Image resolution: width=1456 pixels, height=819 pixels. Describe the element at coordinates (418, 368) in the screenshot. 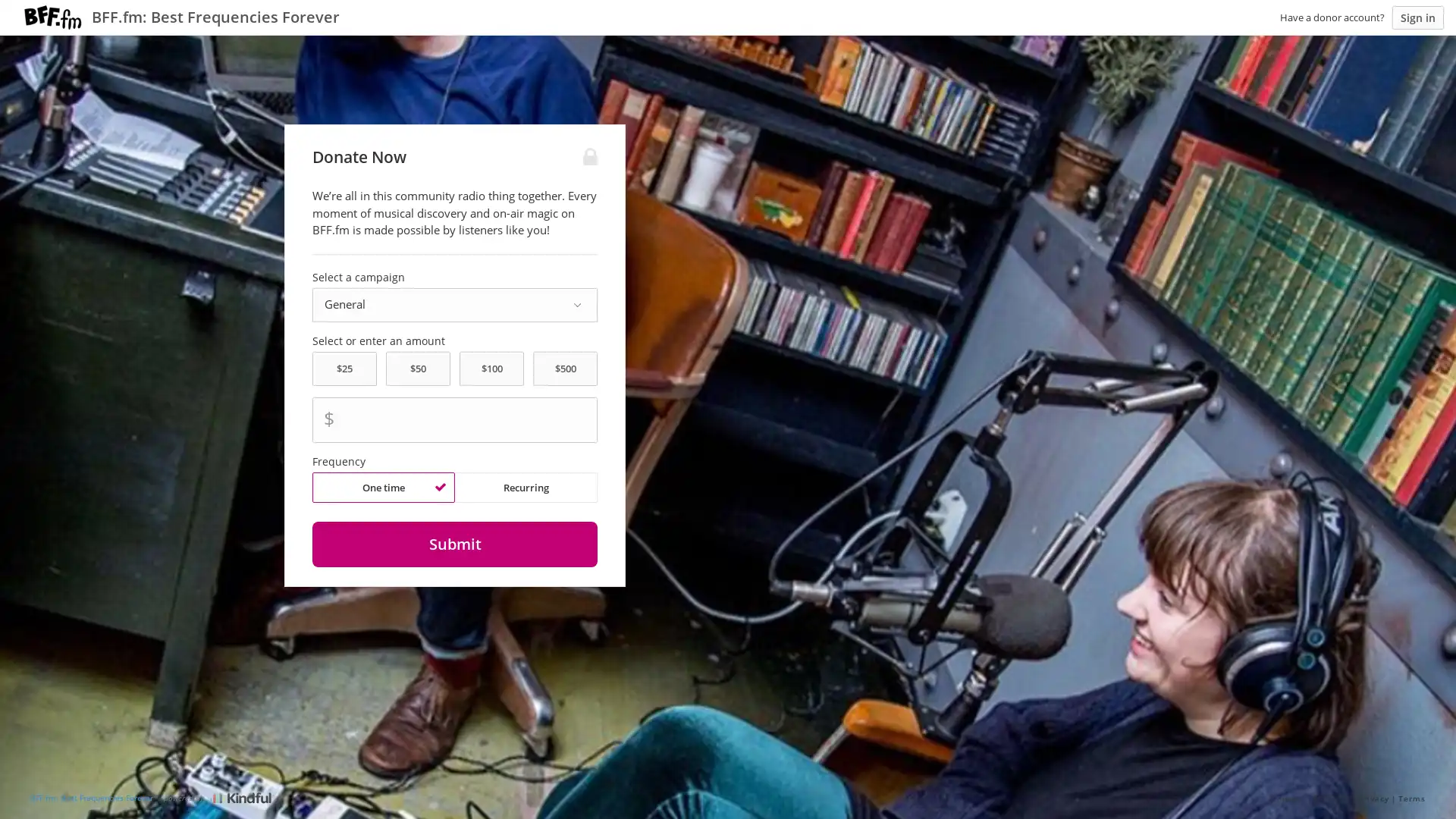

I see `$50` at that location.